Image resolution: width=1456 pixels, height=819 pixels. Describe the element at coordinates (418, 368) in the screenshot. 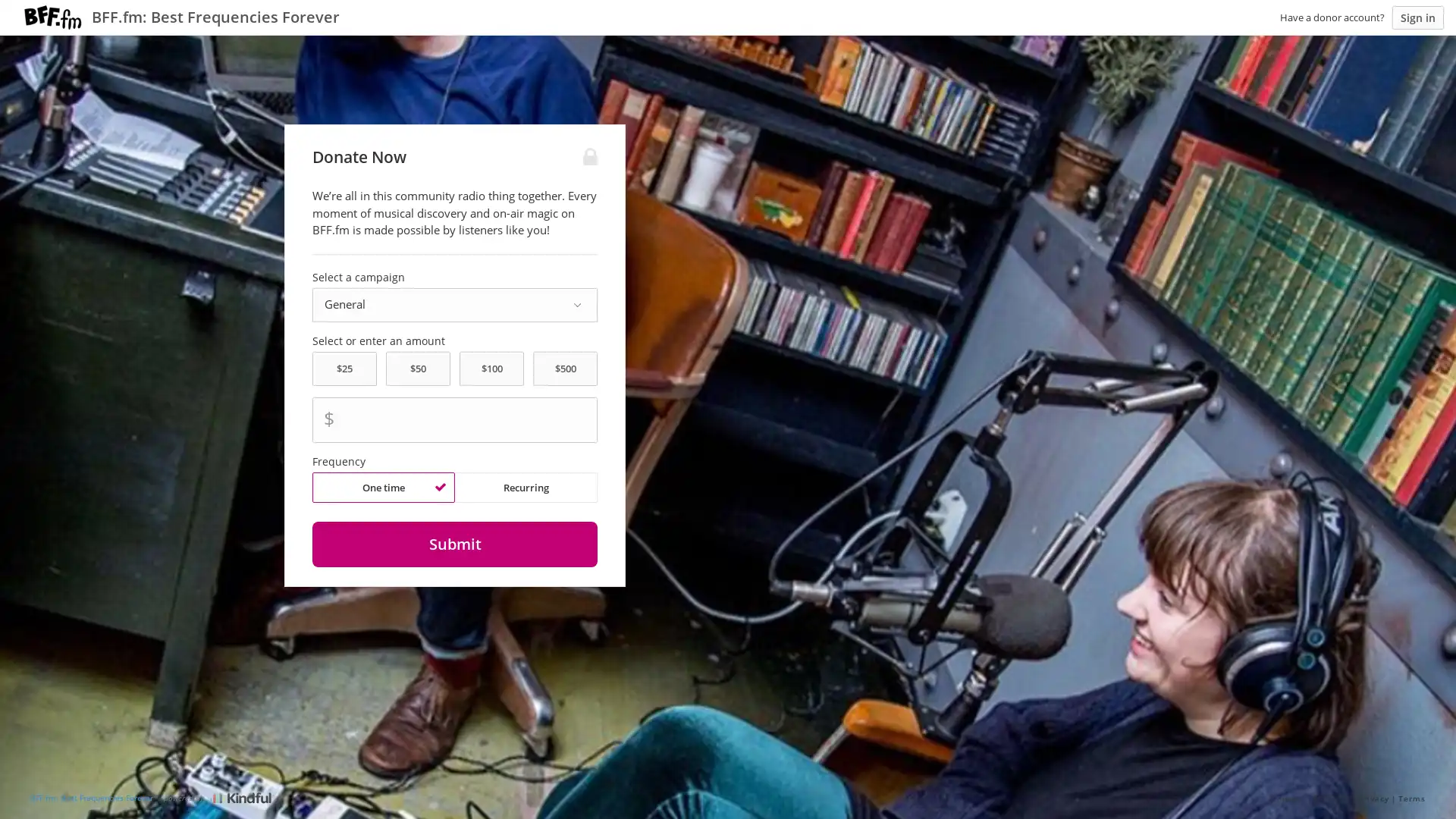

I see `$50` at that location.